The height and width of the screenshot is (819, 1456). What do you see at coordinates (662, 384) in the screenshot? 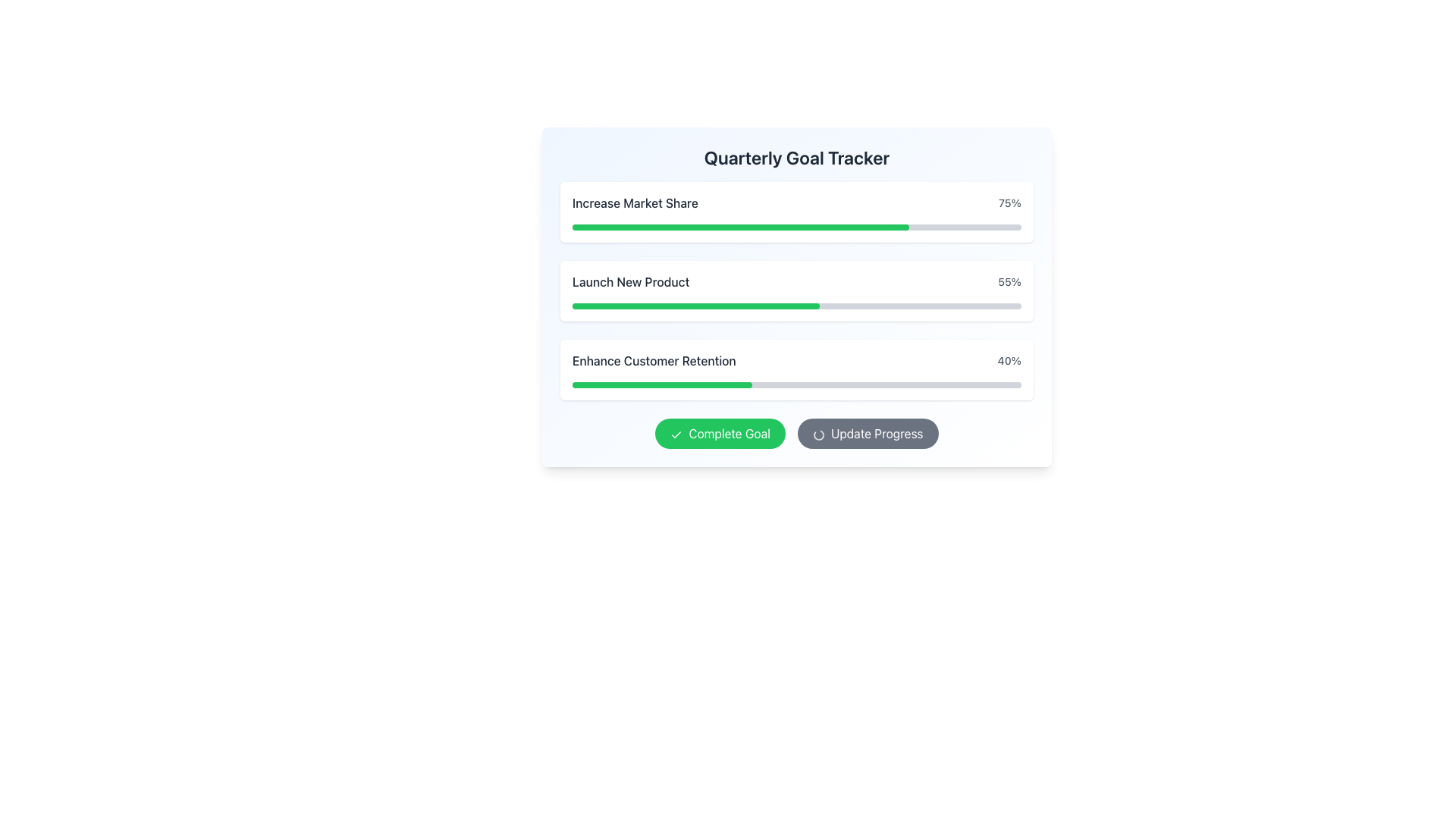
I see `the filled portion of the progress bar that represents 40% completion towards enhancing customer retention, located within the tracker titled 'Enhance Customer Retention'` at bounding box center [662, 384].